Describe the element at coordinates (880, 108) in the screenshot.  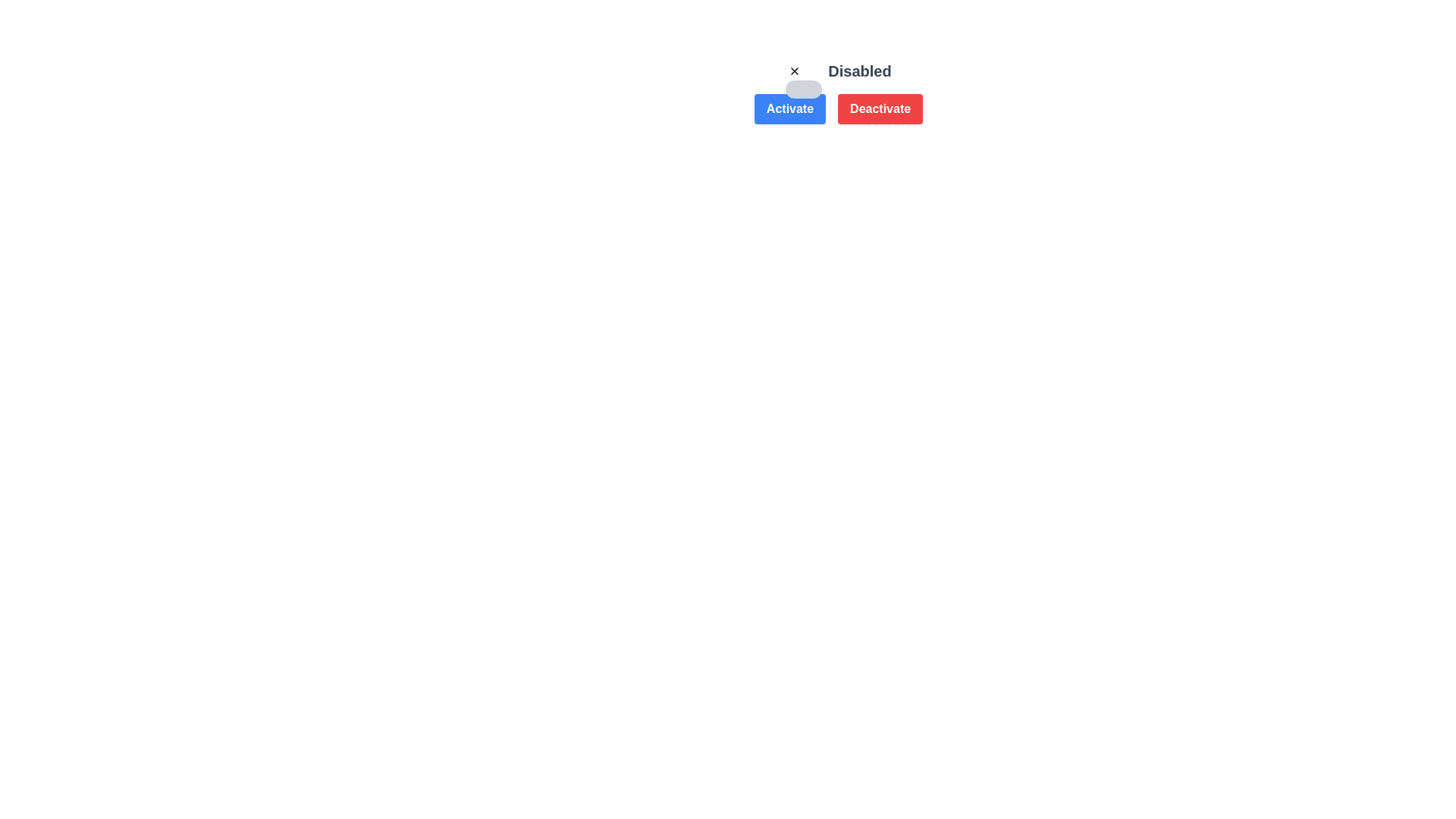
I see `the red 'Deactivate' button with bold white text, located to the right of the 'Activate' button` at that location.